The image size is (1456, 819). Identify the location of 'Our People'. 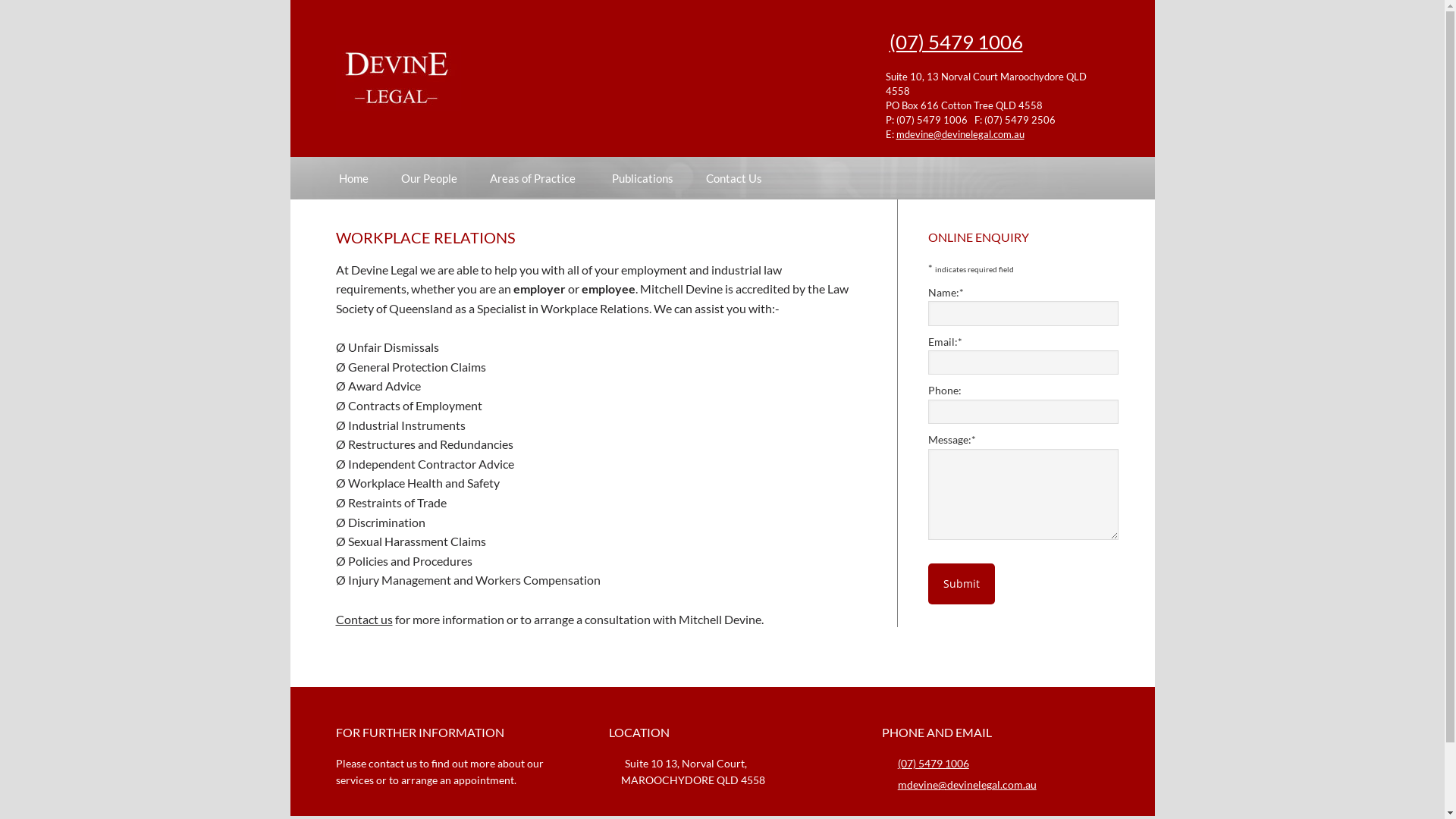
(428, 177).